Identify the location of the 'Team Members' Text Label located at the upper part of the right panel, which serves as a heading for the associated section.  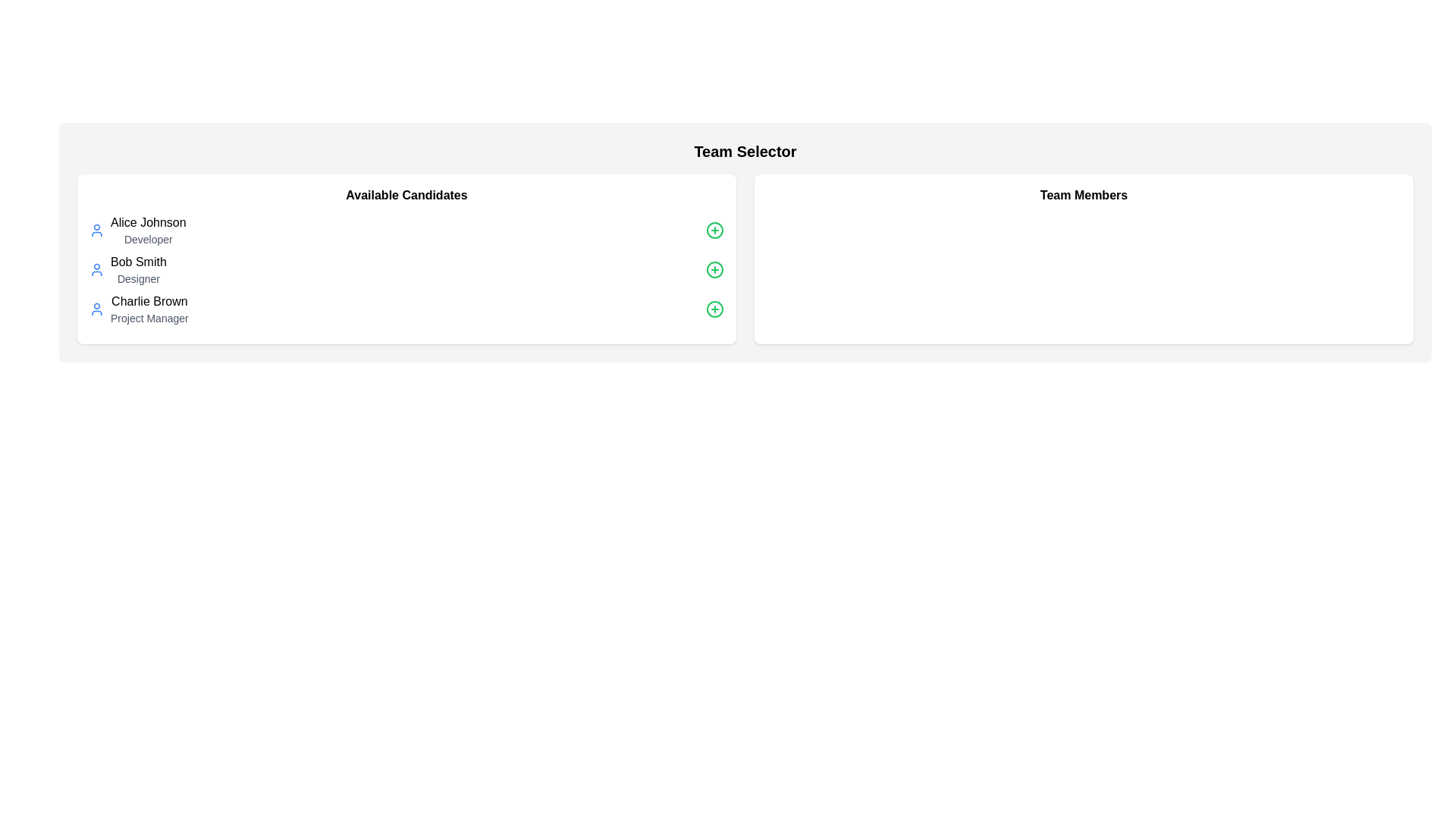
(1083, 195).